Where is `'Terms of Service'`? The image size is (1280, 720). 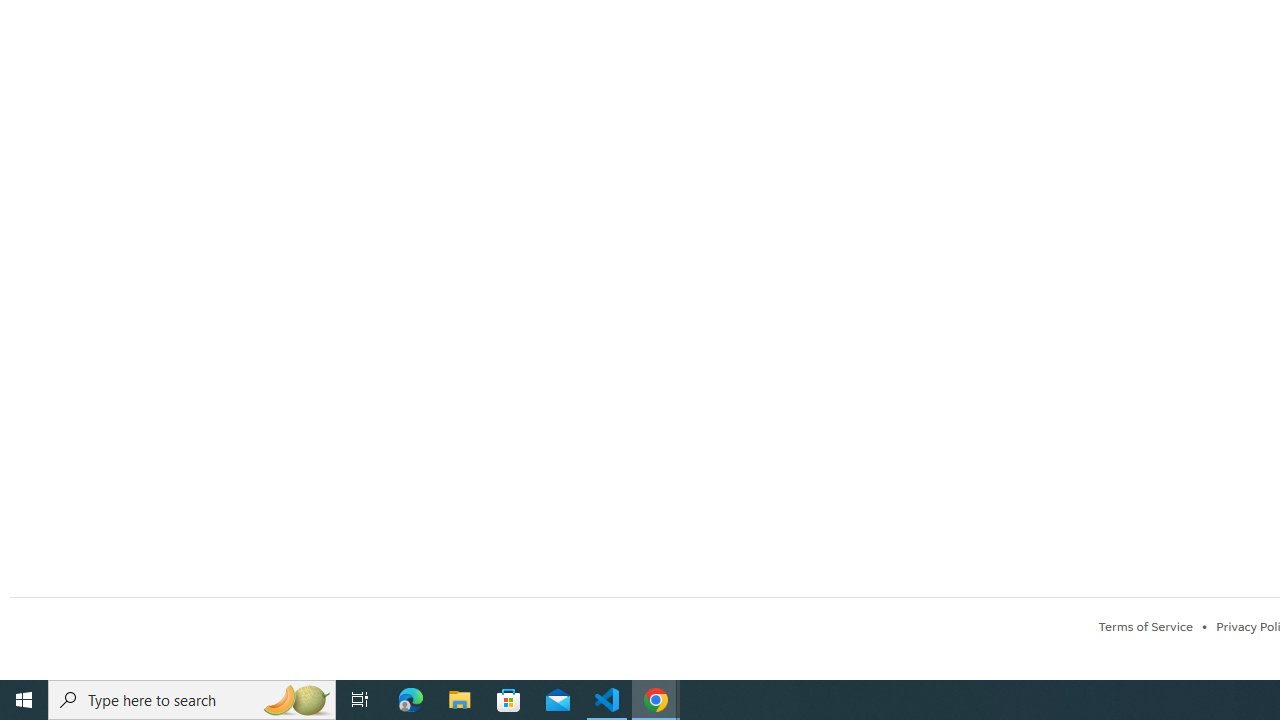 'Terms of Service' is located at coordinates (1145, 625).